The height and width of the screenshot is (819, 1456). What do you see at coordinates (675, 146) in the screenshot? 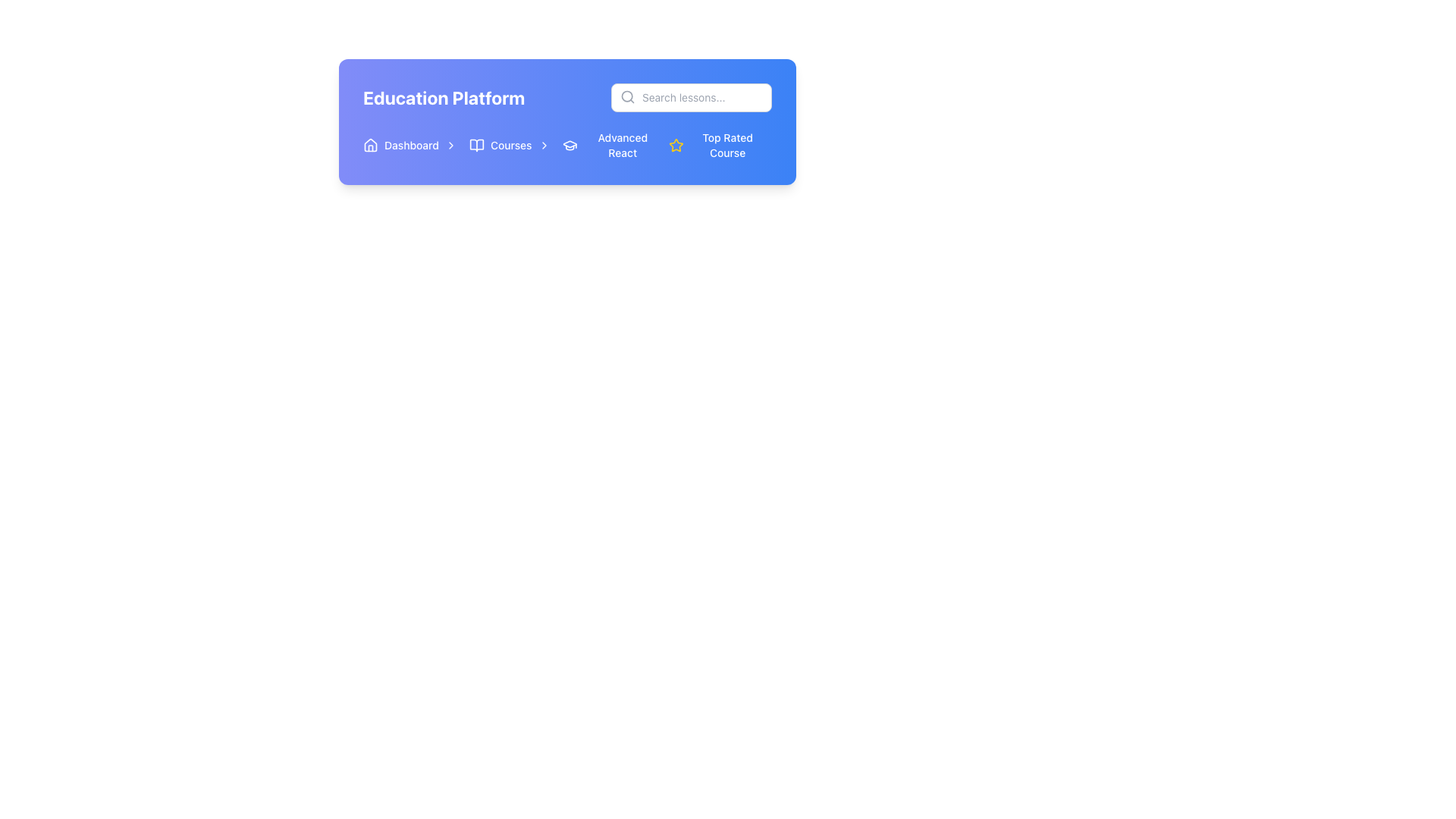
I see `the star icon with a yellow outline located near the text 'Top Rated Course' in the navigation bar` at bounding box center [675, 146].